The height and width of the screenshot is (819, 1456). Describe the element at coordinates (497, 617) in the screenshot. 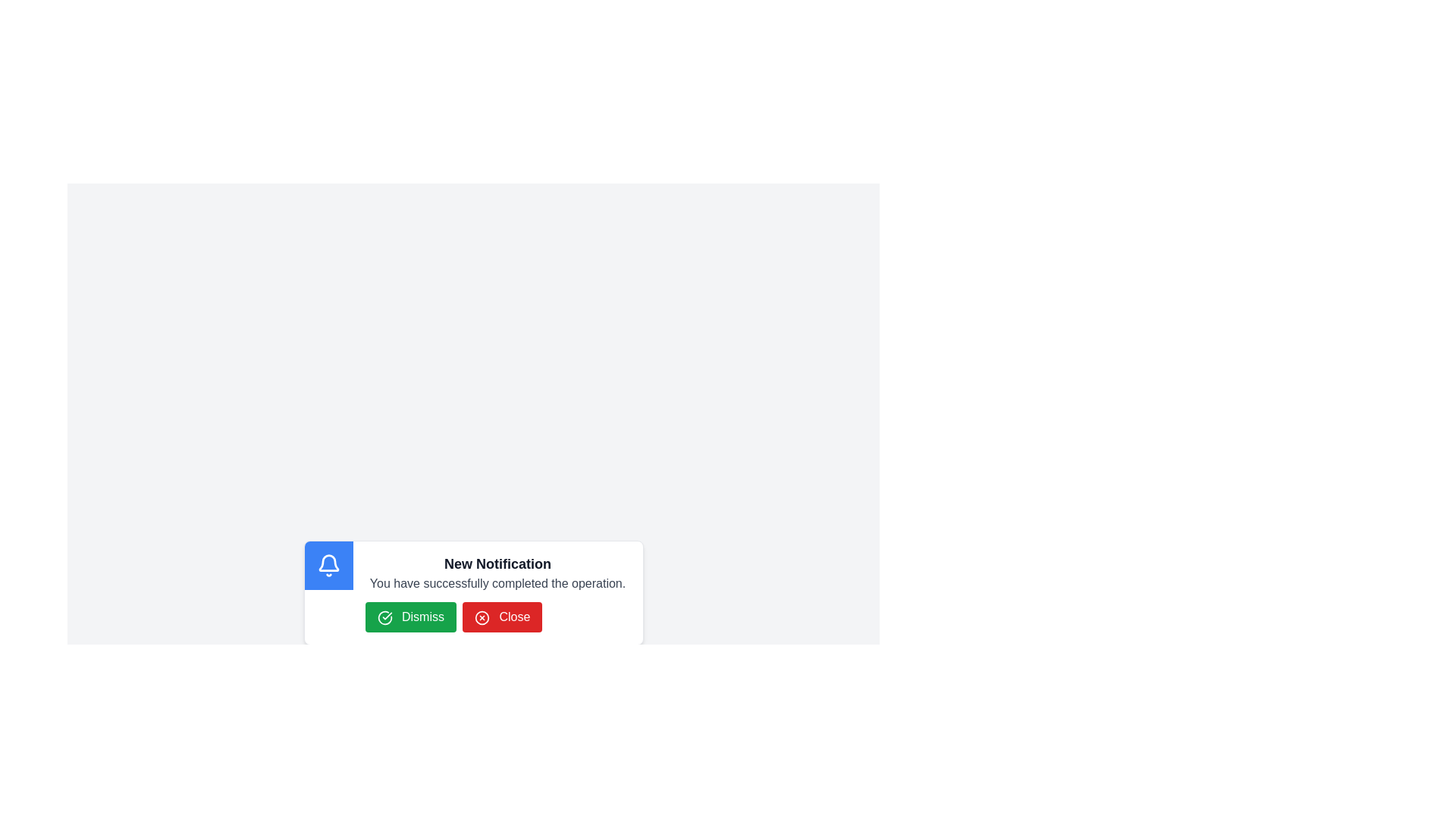

I see `the button group located at the bottom of the notification card, which provides options to dismiss or close the notification` at that location.